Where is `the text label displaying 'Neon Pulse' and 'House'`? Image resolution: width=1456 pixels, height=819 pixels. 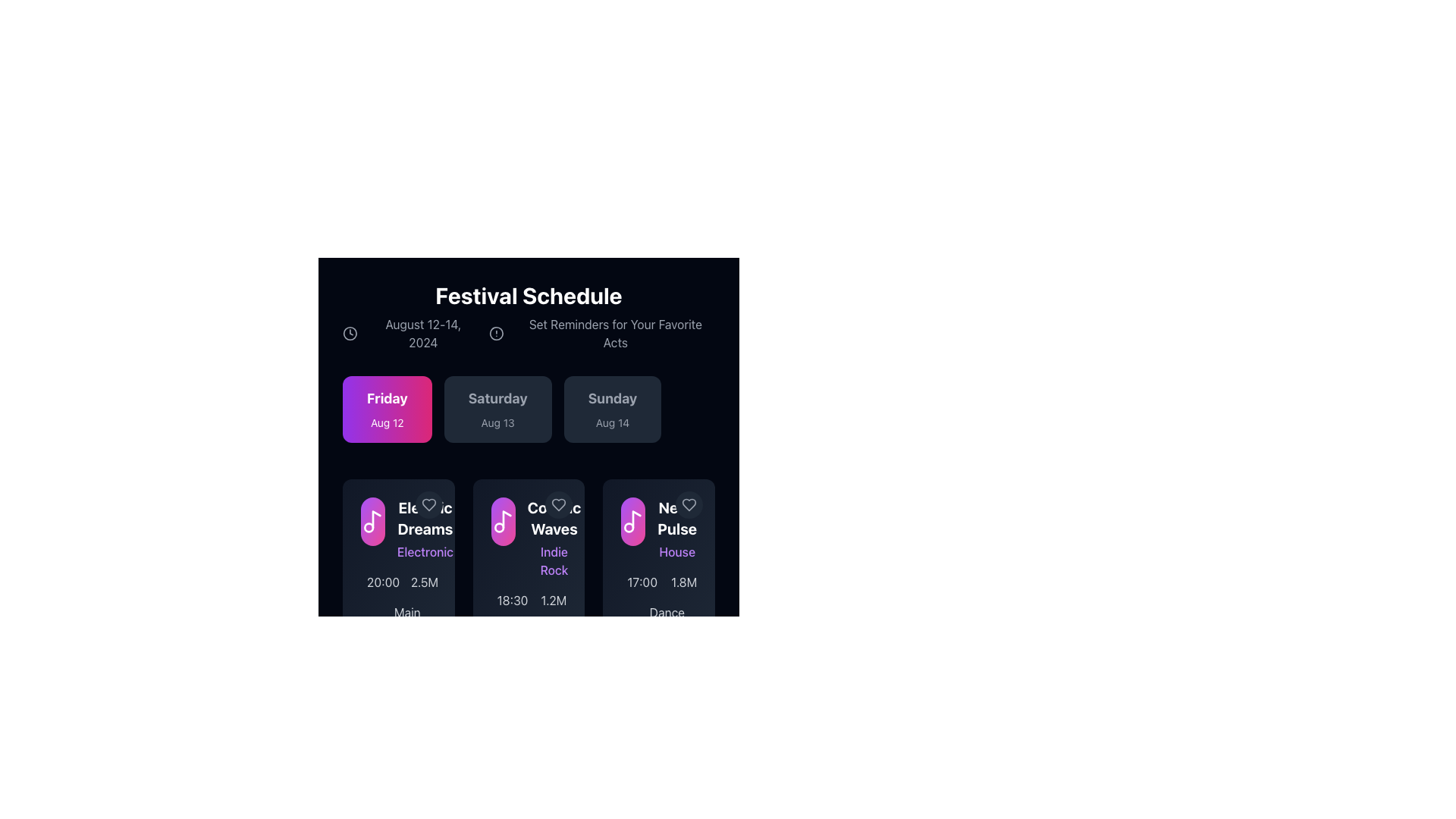 the text label displaying 'Neon Pulse' and 'House' is located at coordinates (676, 529).